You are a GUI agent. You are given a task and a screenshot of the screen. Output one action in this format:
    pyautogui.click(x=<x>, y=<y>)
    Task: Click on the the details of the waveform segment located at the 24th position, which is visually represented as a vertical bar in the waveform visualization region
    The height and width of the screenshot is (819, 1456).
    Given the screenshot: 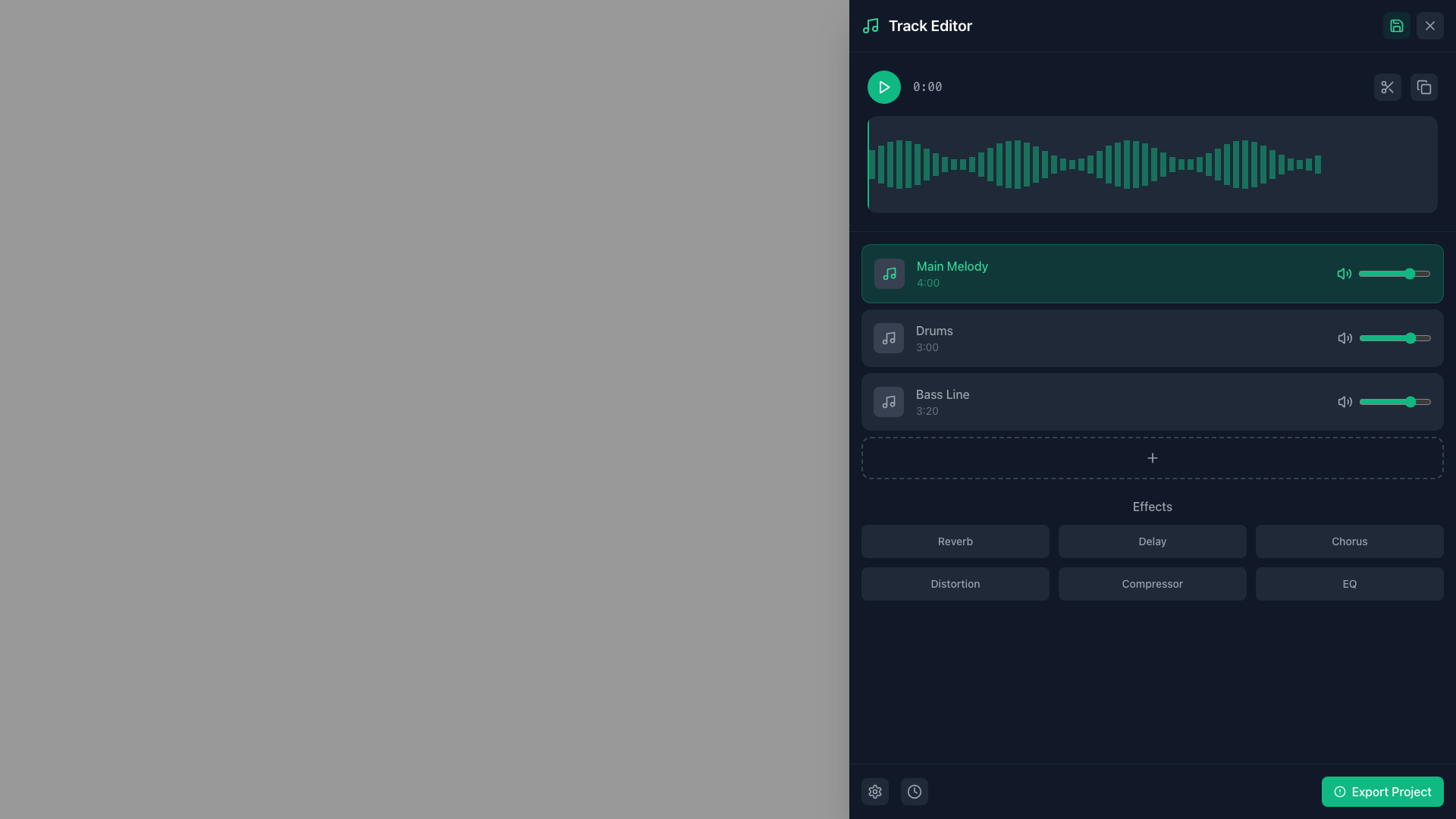 What is the action you would take?
    pyautogui.click(x=1072, y=164)
    